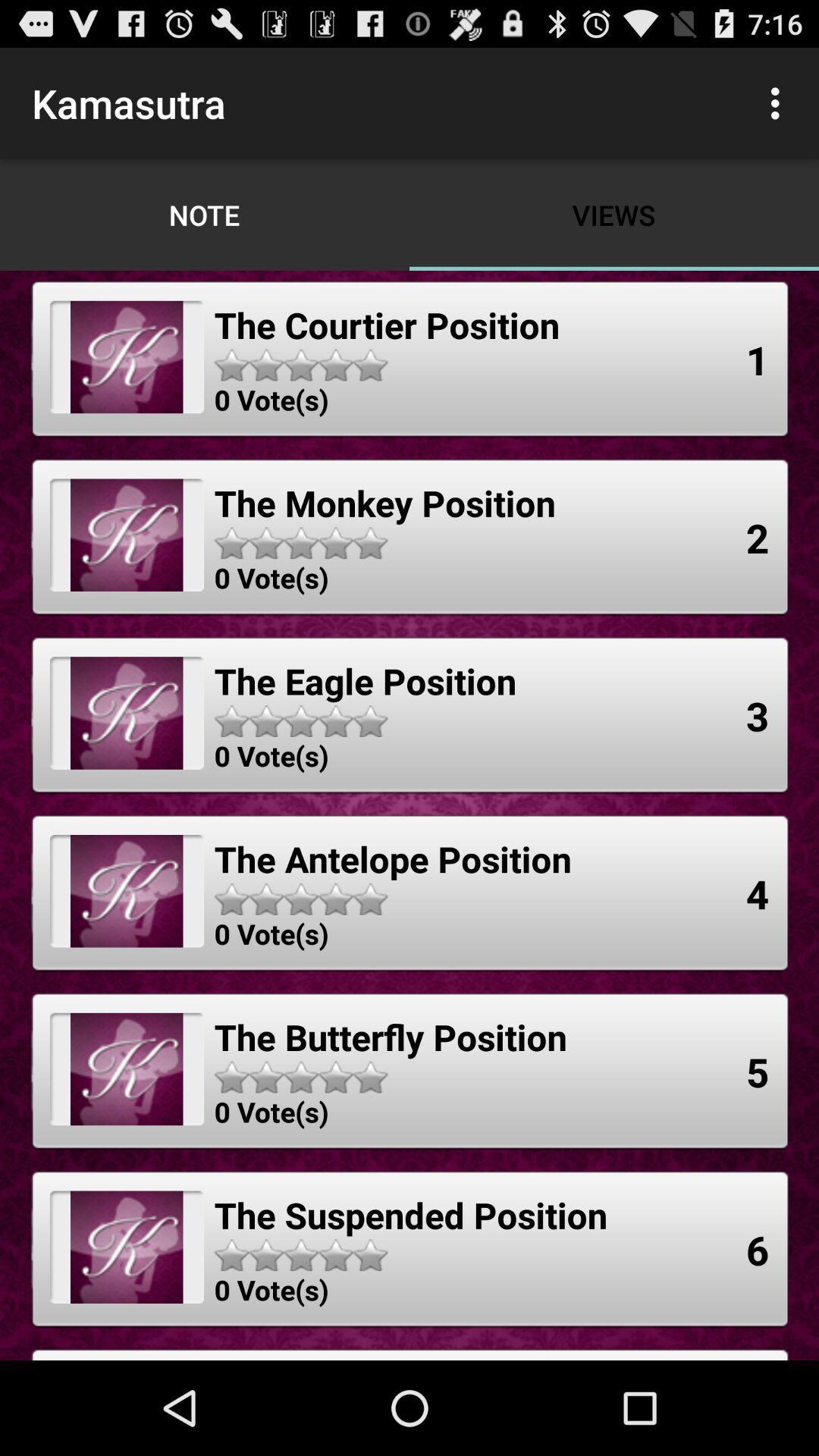  I want to click on the item to the left of 4 item, so click(392, 858).